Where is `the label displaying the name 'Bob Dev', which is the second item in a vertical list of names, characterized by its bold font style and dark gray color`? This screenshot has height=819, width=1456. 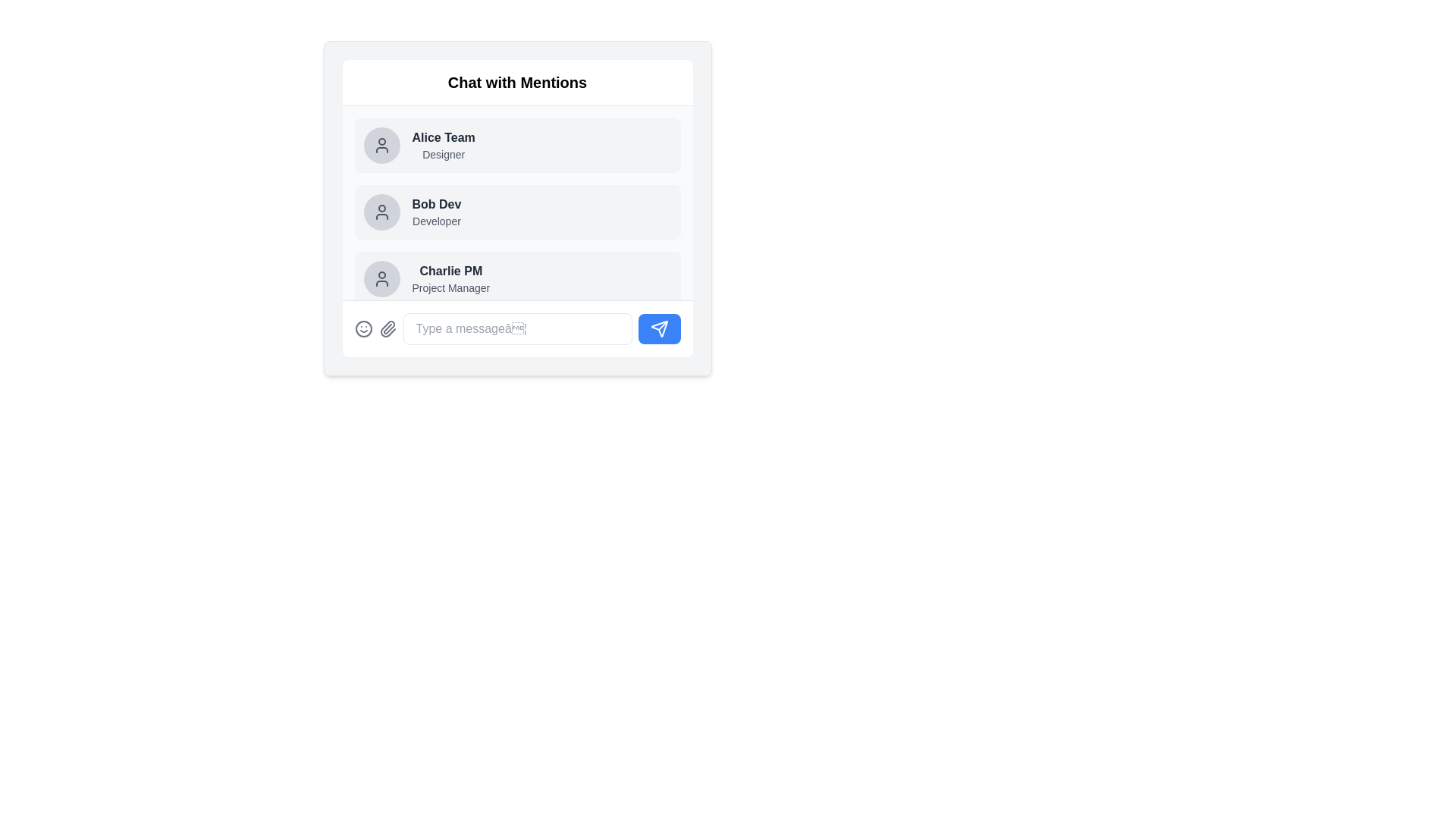
the label displaying the name 'Bob Dev', which is the second item in a vertical list of names, characterized by its bold font style and dark gray color is located at coordinates (436, 205).